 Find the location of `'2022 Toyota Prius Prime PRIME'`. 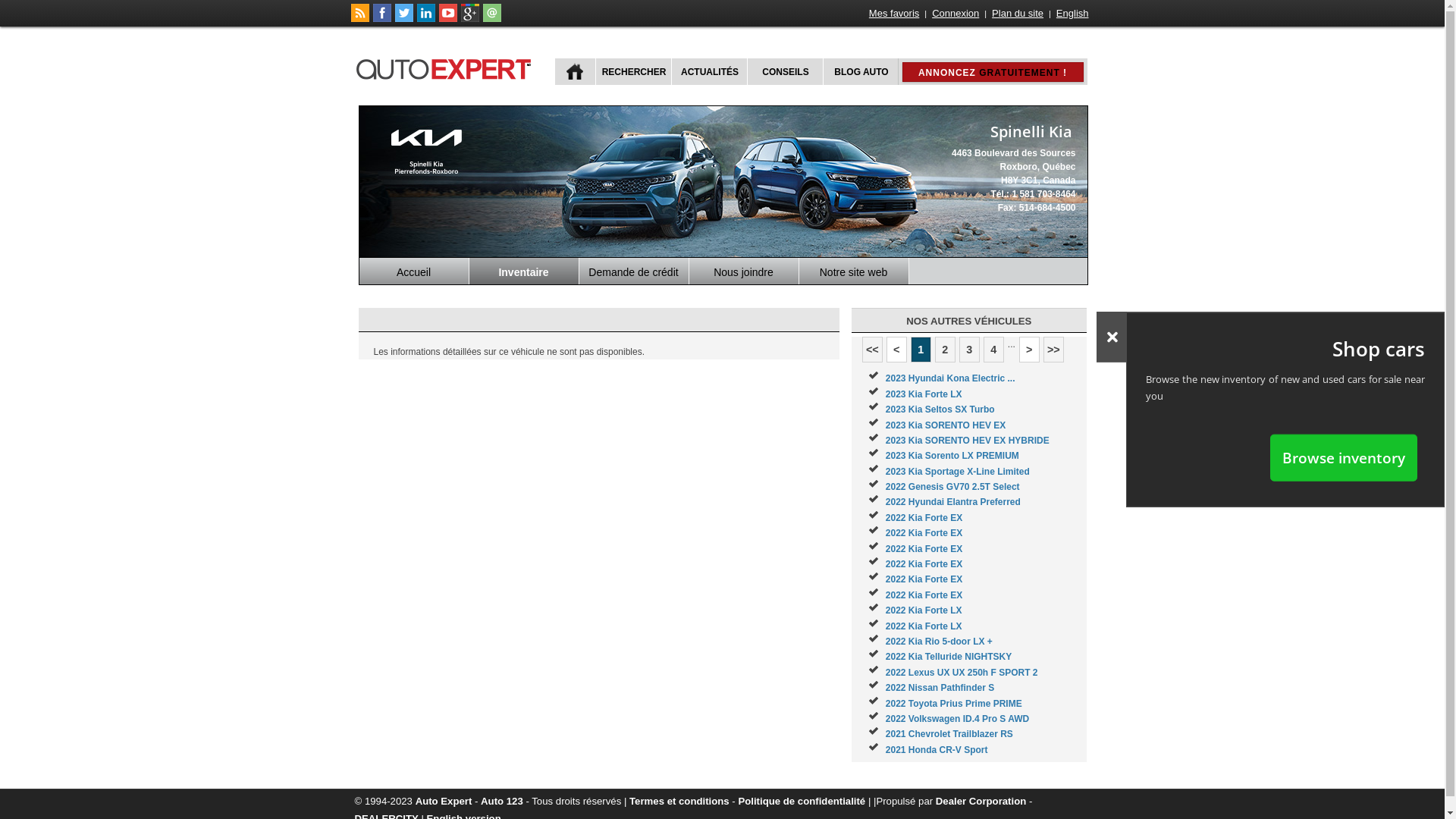

'2022 Toyota Prius Prime PRIME' is located at coordinates (952, 704).